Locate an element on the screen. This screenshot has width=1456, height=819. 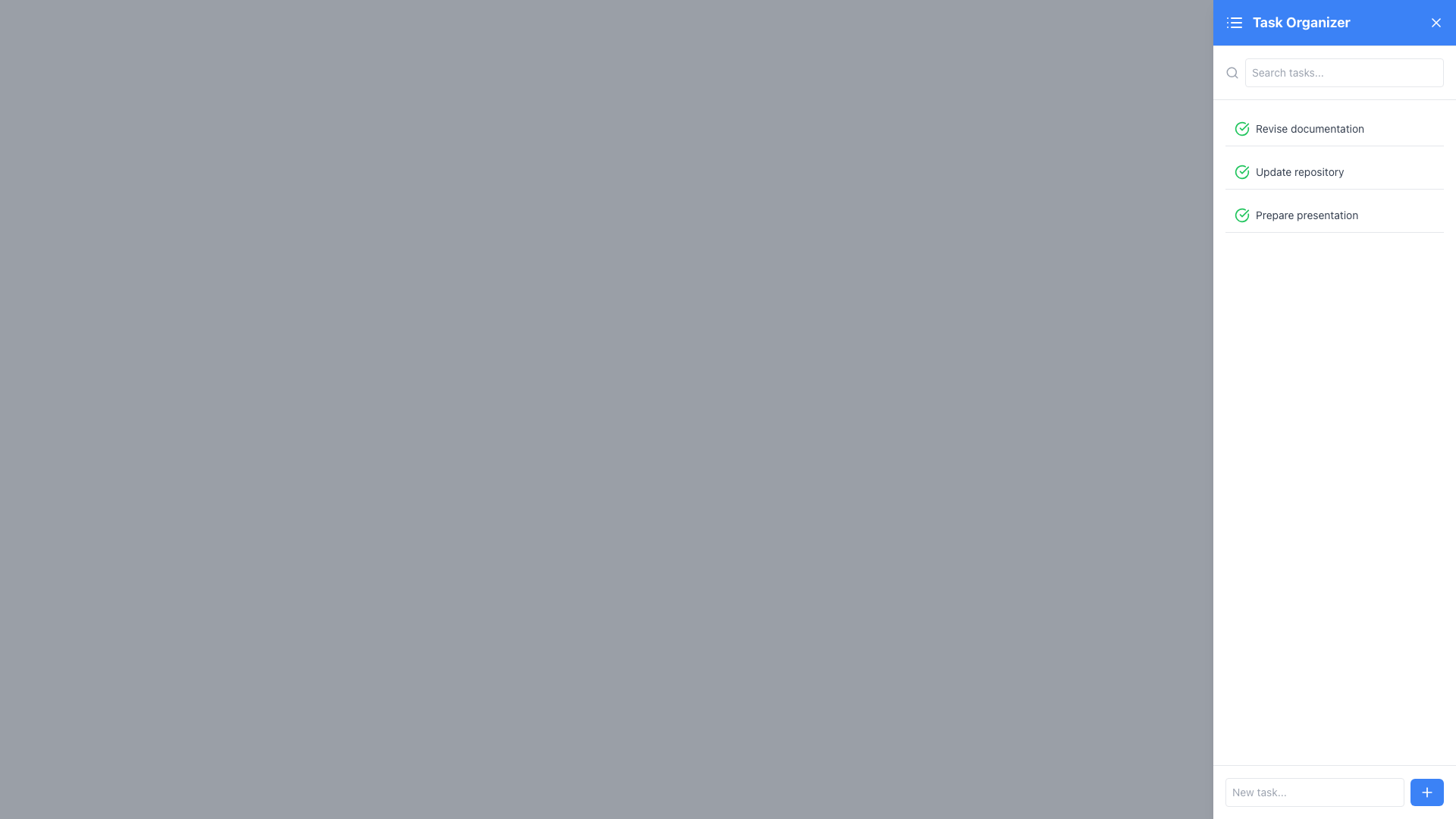
the close button represented by a closed cross ('X') located at the top-right corner of the 'Task Organizer' header bar is located at coordinates (1436, 23).